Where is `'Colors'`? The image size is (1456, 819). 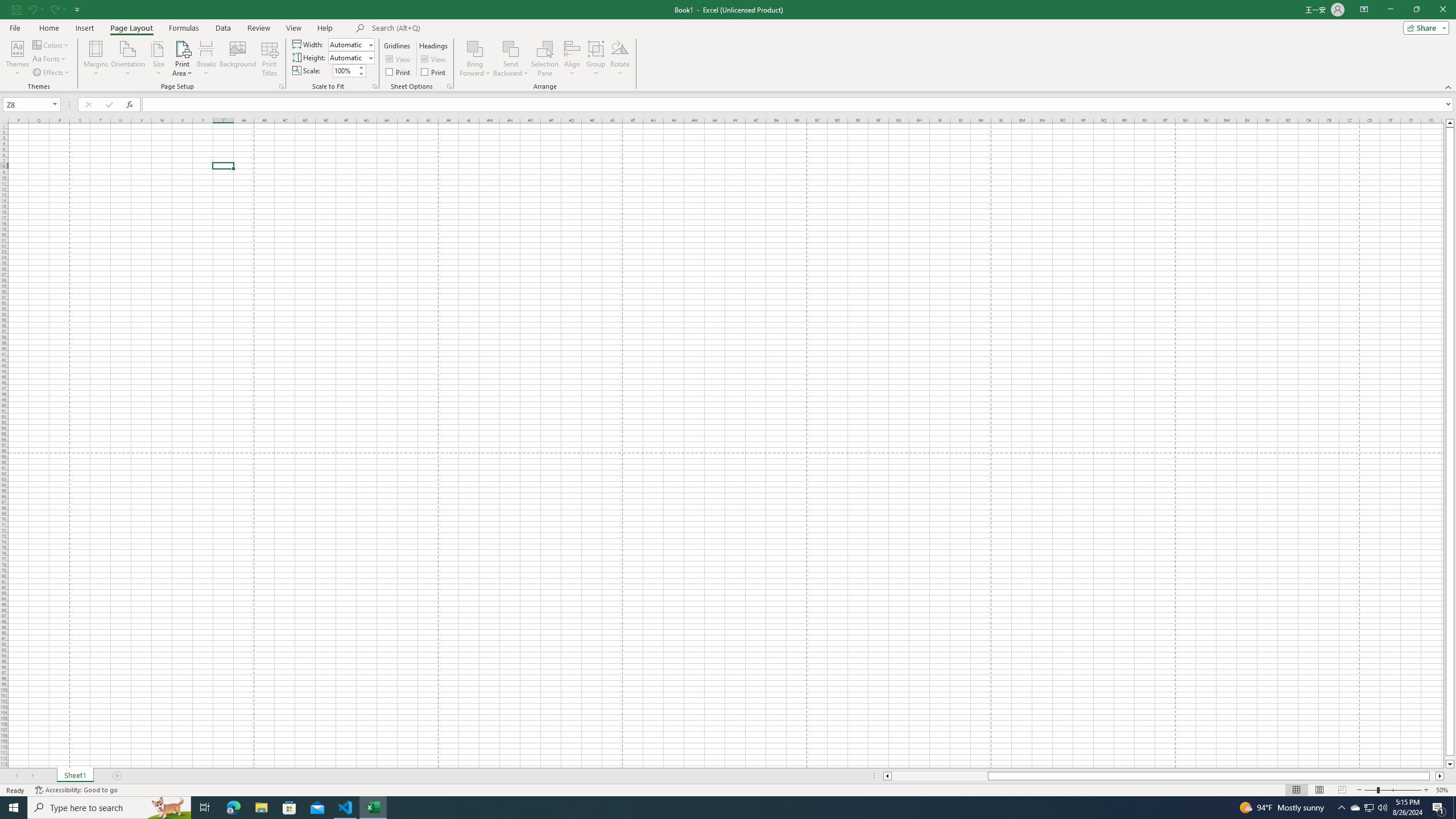
'Colors' is located at coordinates (51, 44).